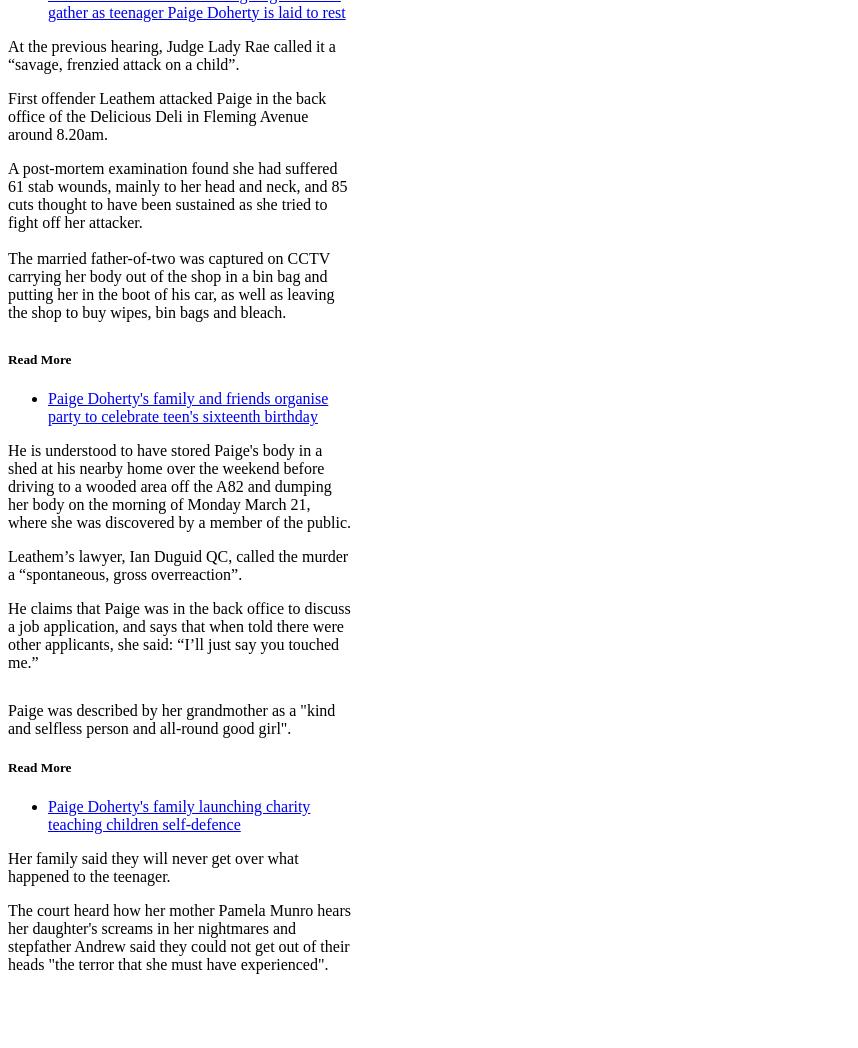 This screenshot has width=858, height=1048. What do you see at coordinates (178, 814) in the screenshot?
I see `'Paige Doherty's family launching charity teaching children self-defence'` at bounding box center [178, 814].